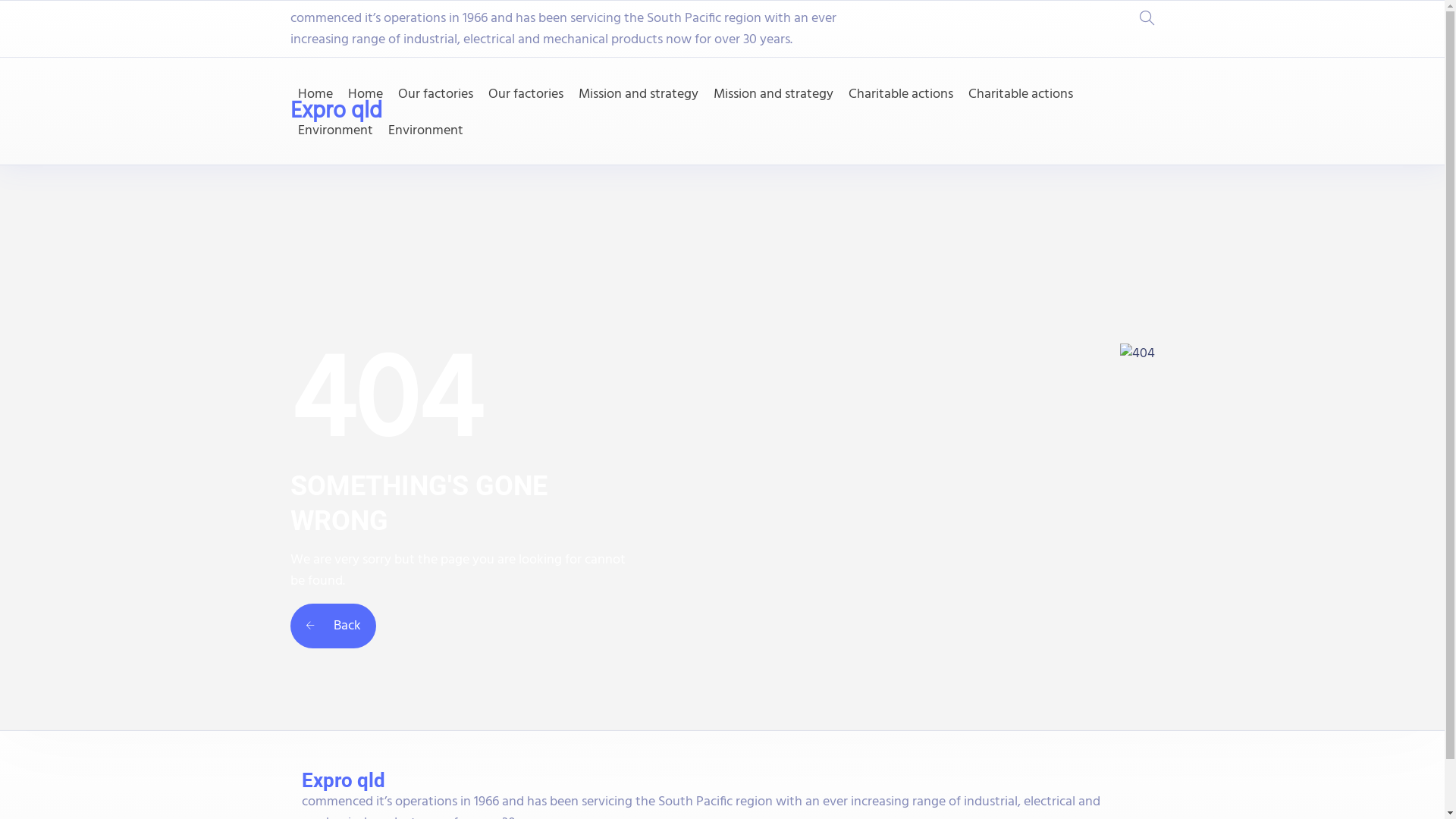 The width and height of the screenshot is (1456, 819). What do you see at coordinates (434, 94) in the screenshot?
I see `'Our factories'` at bounding box center [434, 94].